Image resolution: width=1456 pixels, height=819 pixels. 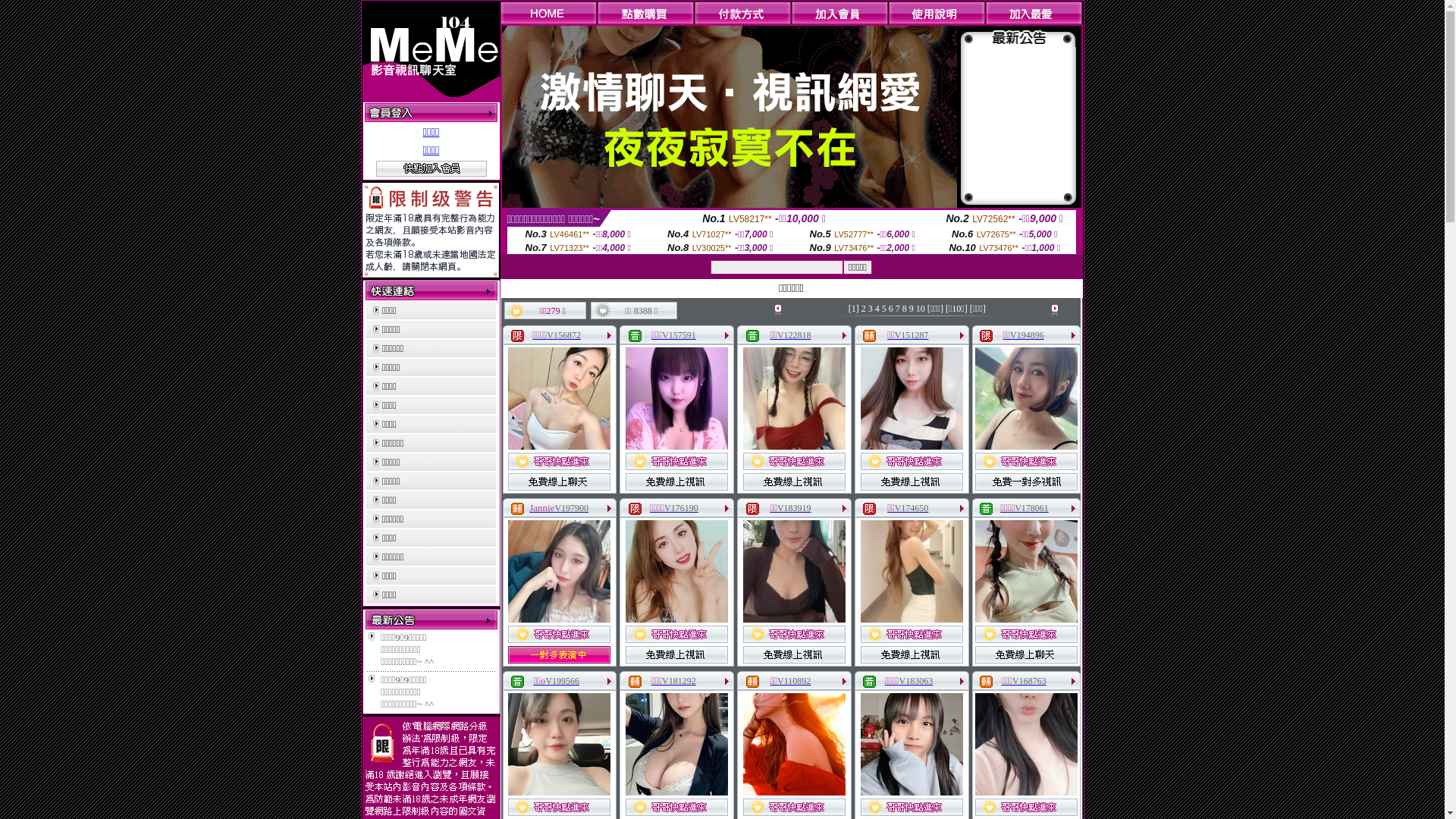 I want to click on '3', so click(x=870, y=308).